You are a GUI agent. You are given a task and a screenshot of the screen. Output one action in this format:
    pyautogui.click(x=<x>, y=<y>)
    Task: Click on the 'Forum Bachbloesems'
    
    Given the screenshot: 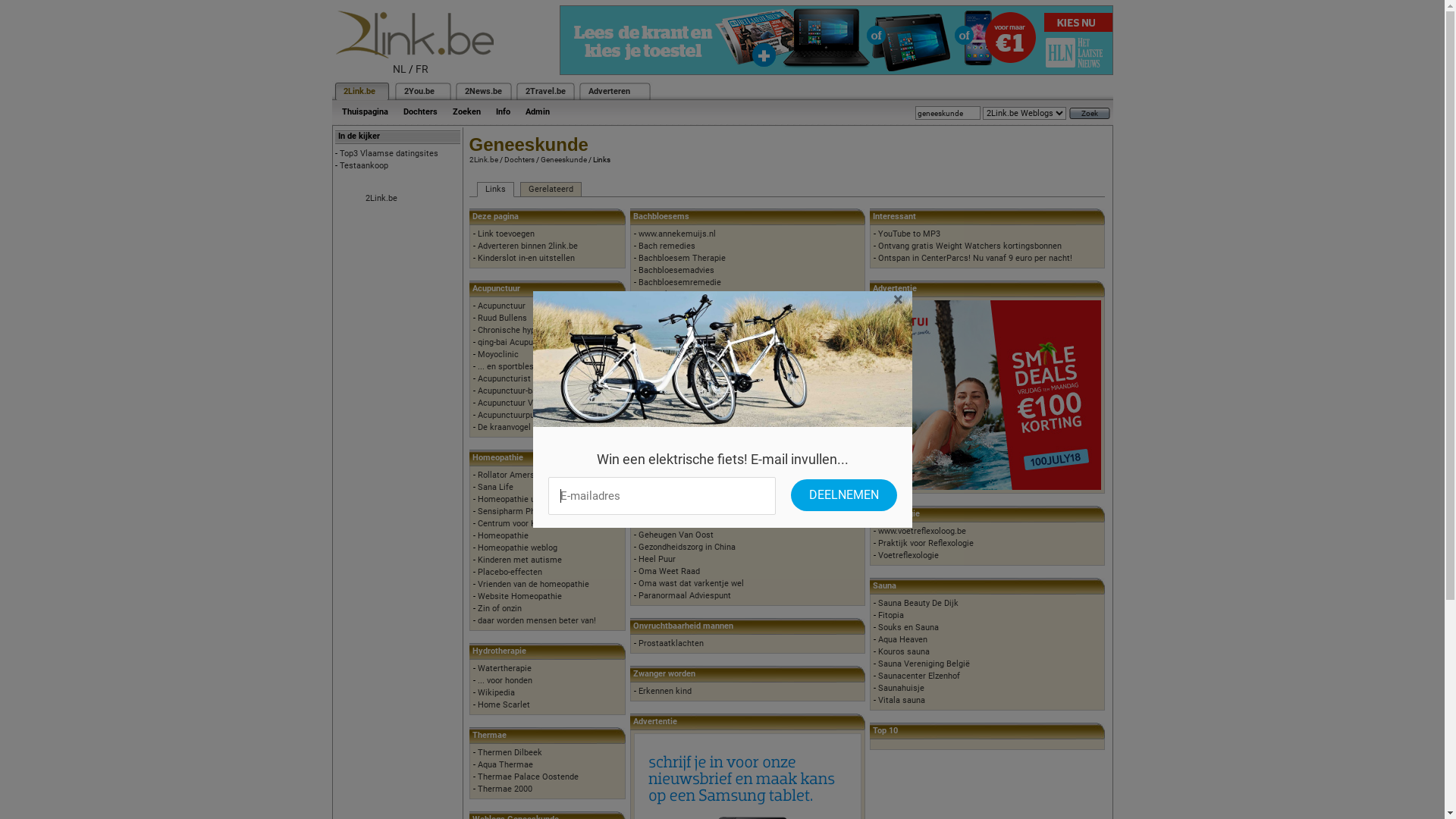 What is the action you would take?
    pyautogui.click(x=679, y=306)
    